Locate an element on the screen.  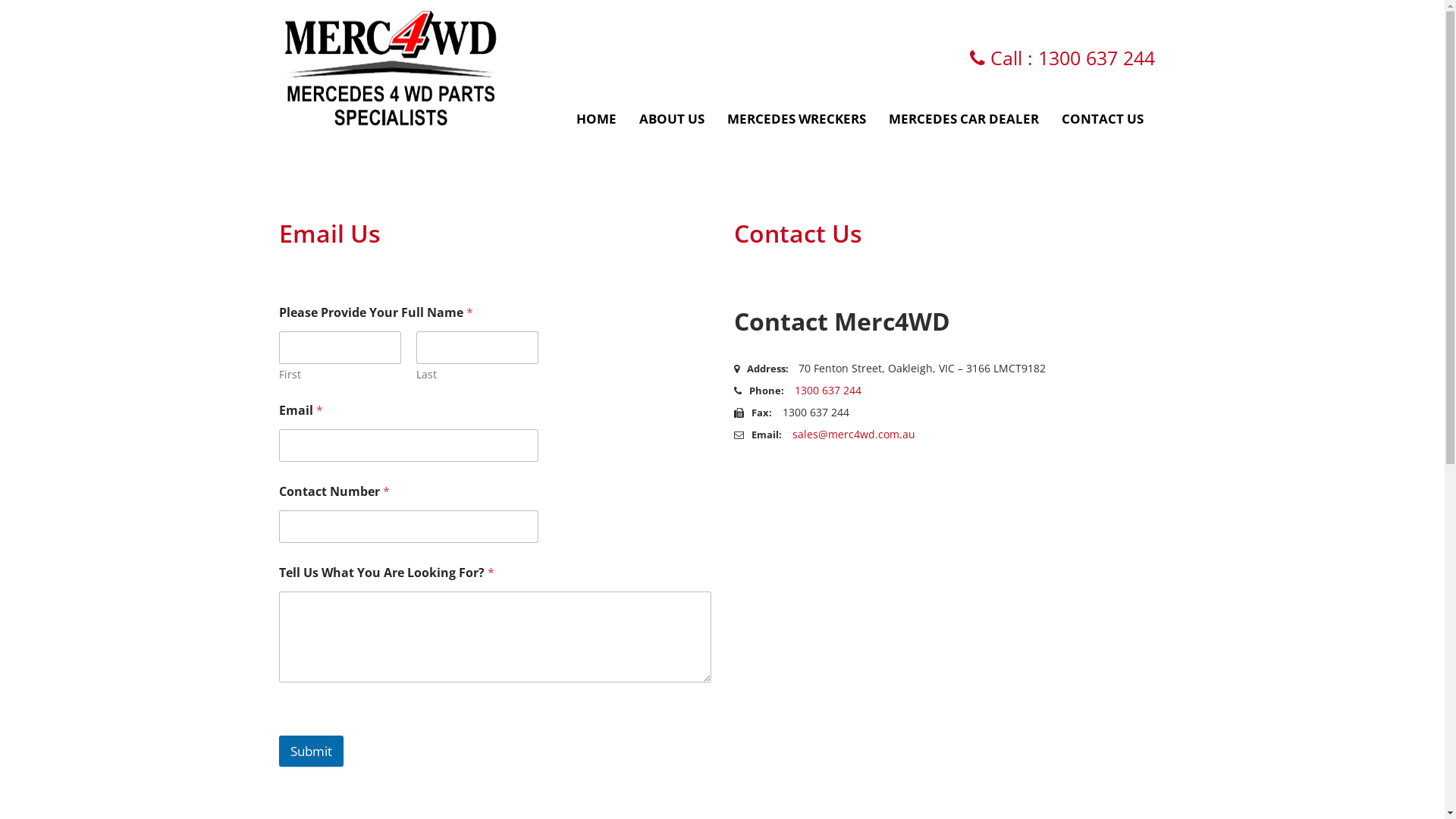
'Submit' is located at coordinates (279, 751).